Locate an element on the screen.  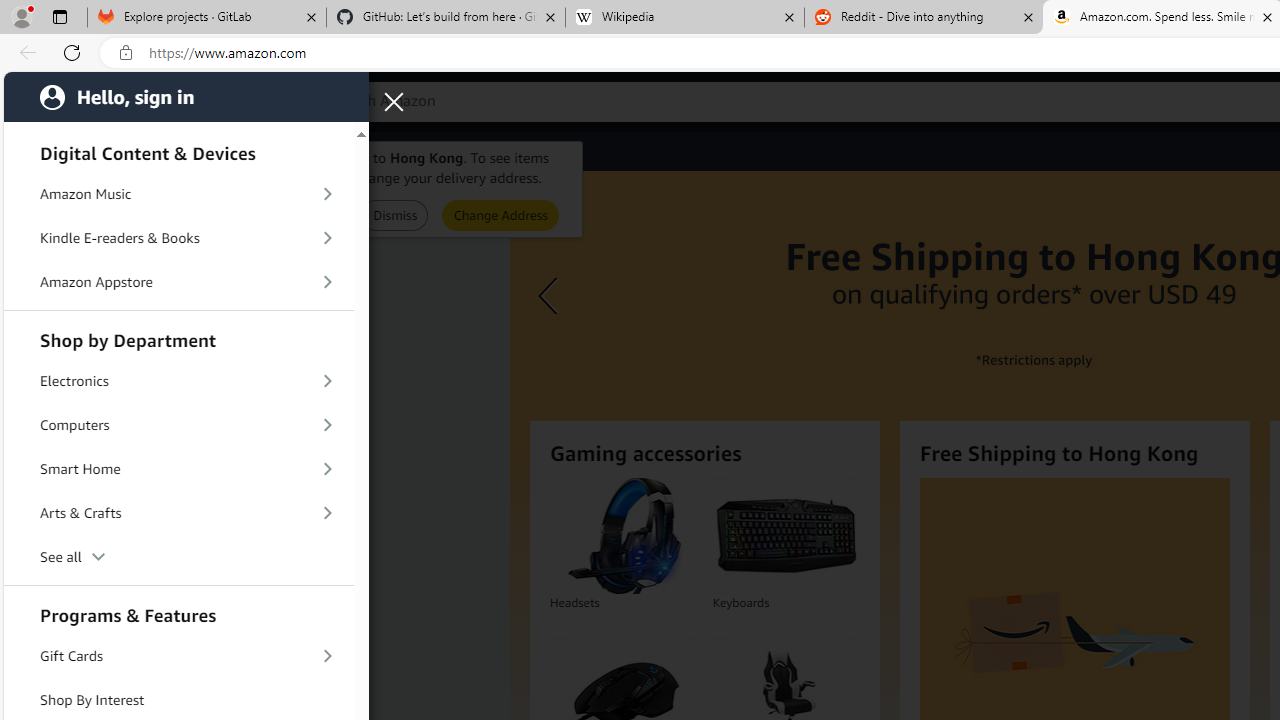
'Smart Home' is located at coordinates (179, 469).